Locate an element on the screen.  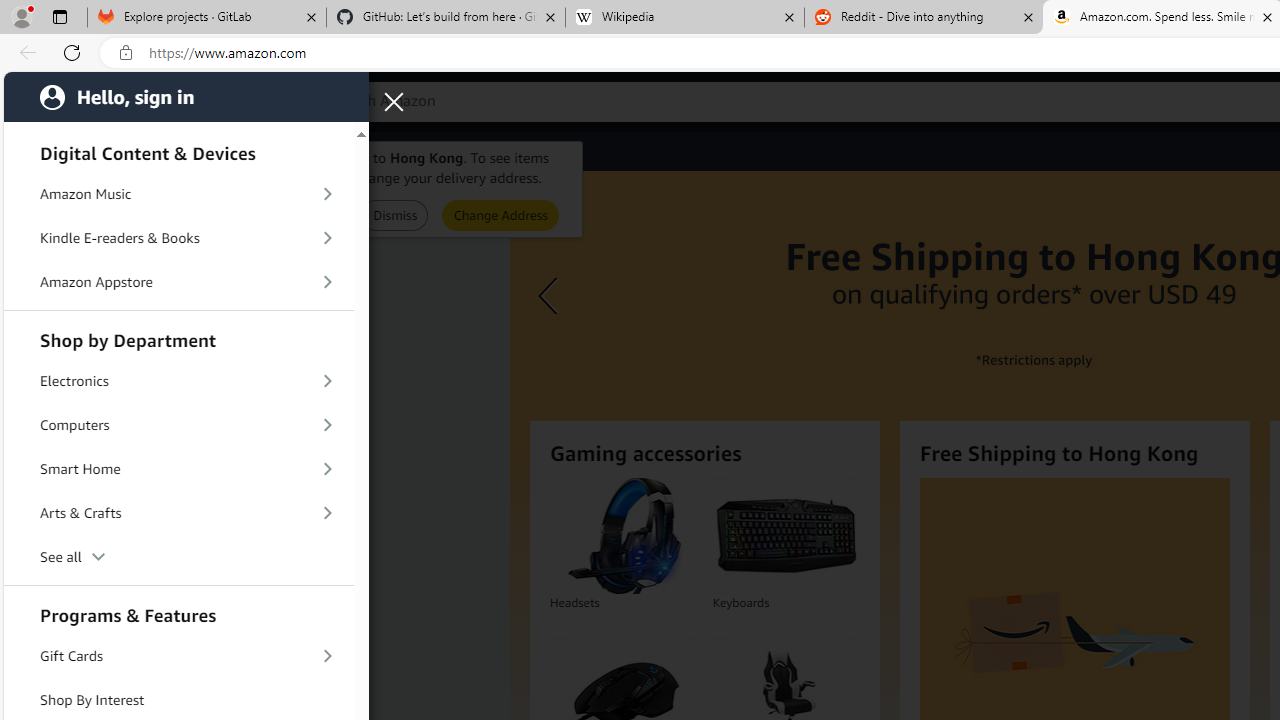
'Smart Home' is located at coordinates (179, 469).